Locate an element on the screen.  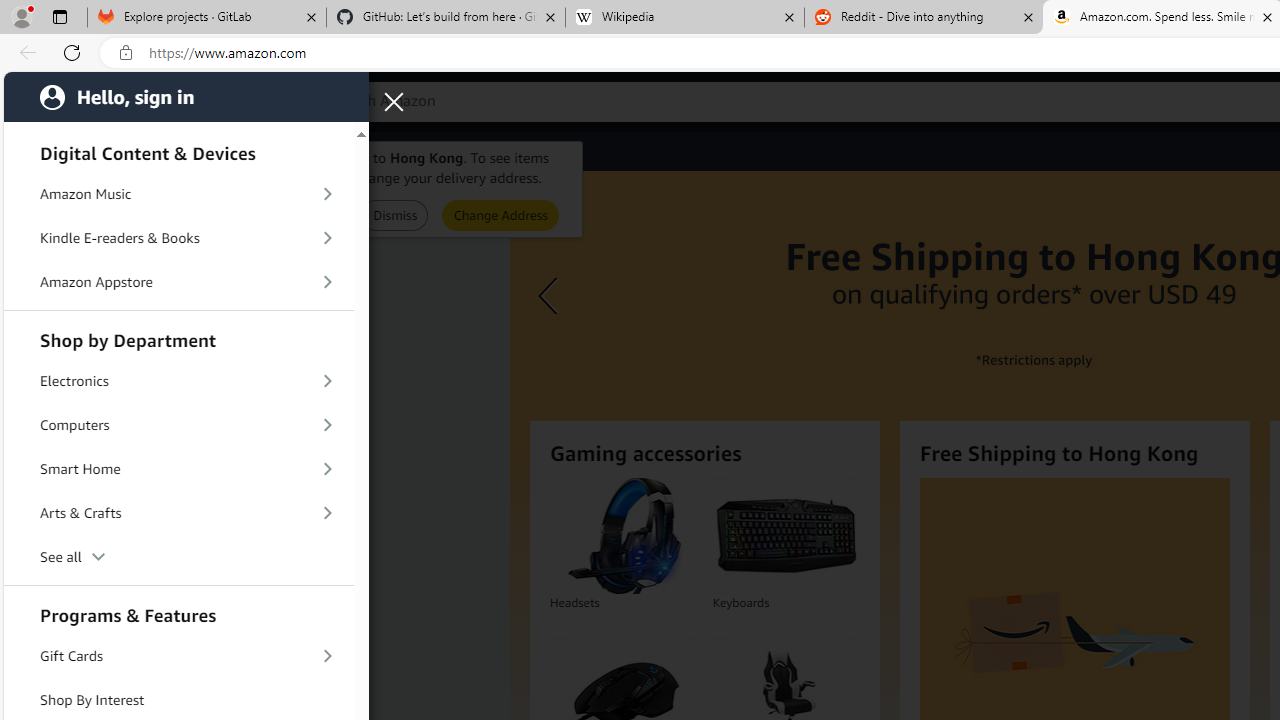
'Smart Home' is located at coordinates (179, 469).